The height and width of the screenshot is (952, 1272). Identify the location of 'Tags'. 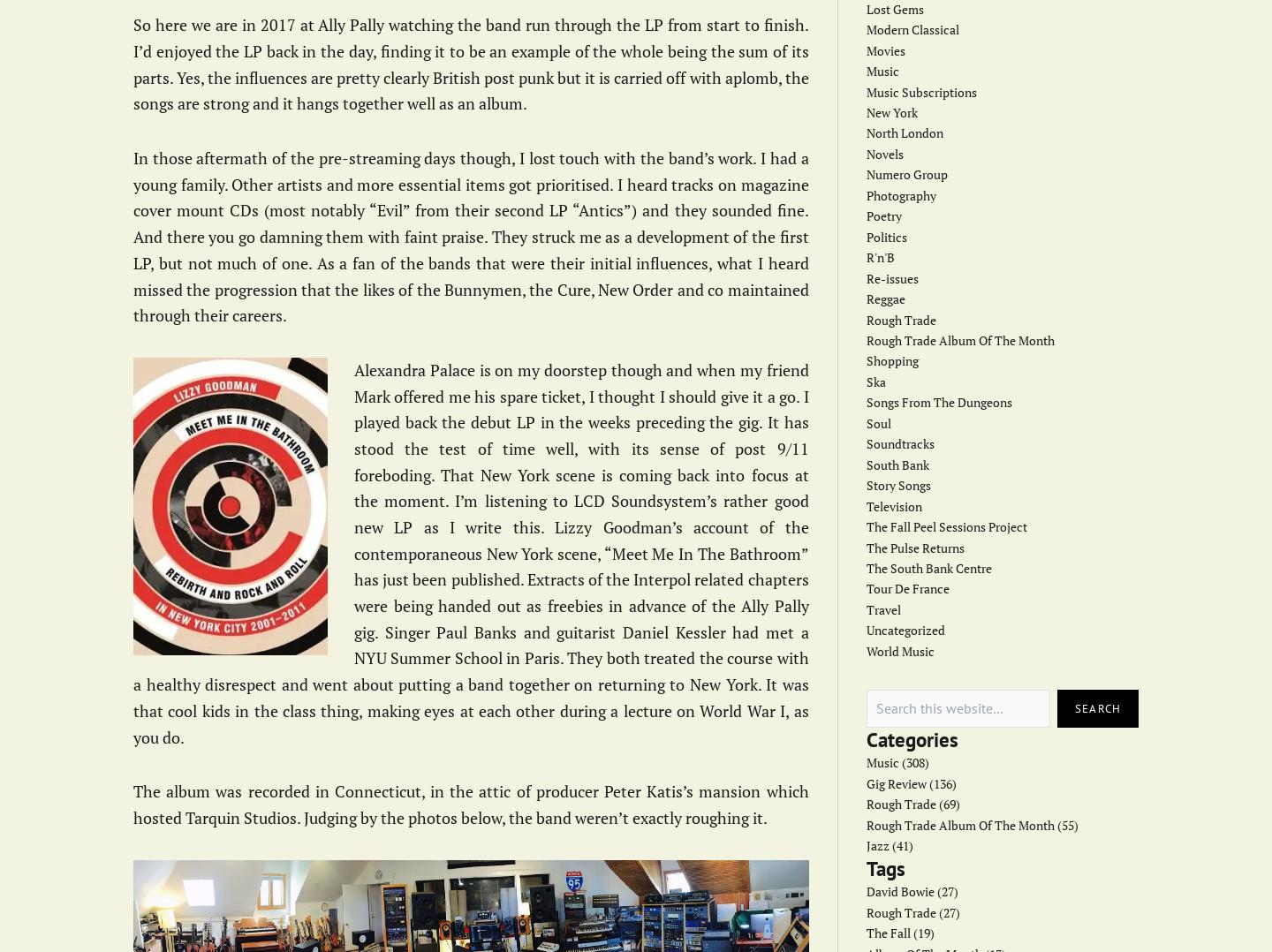
(865, 867).